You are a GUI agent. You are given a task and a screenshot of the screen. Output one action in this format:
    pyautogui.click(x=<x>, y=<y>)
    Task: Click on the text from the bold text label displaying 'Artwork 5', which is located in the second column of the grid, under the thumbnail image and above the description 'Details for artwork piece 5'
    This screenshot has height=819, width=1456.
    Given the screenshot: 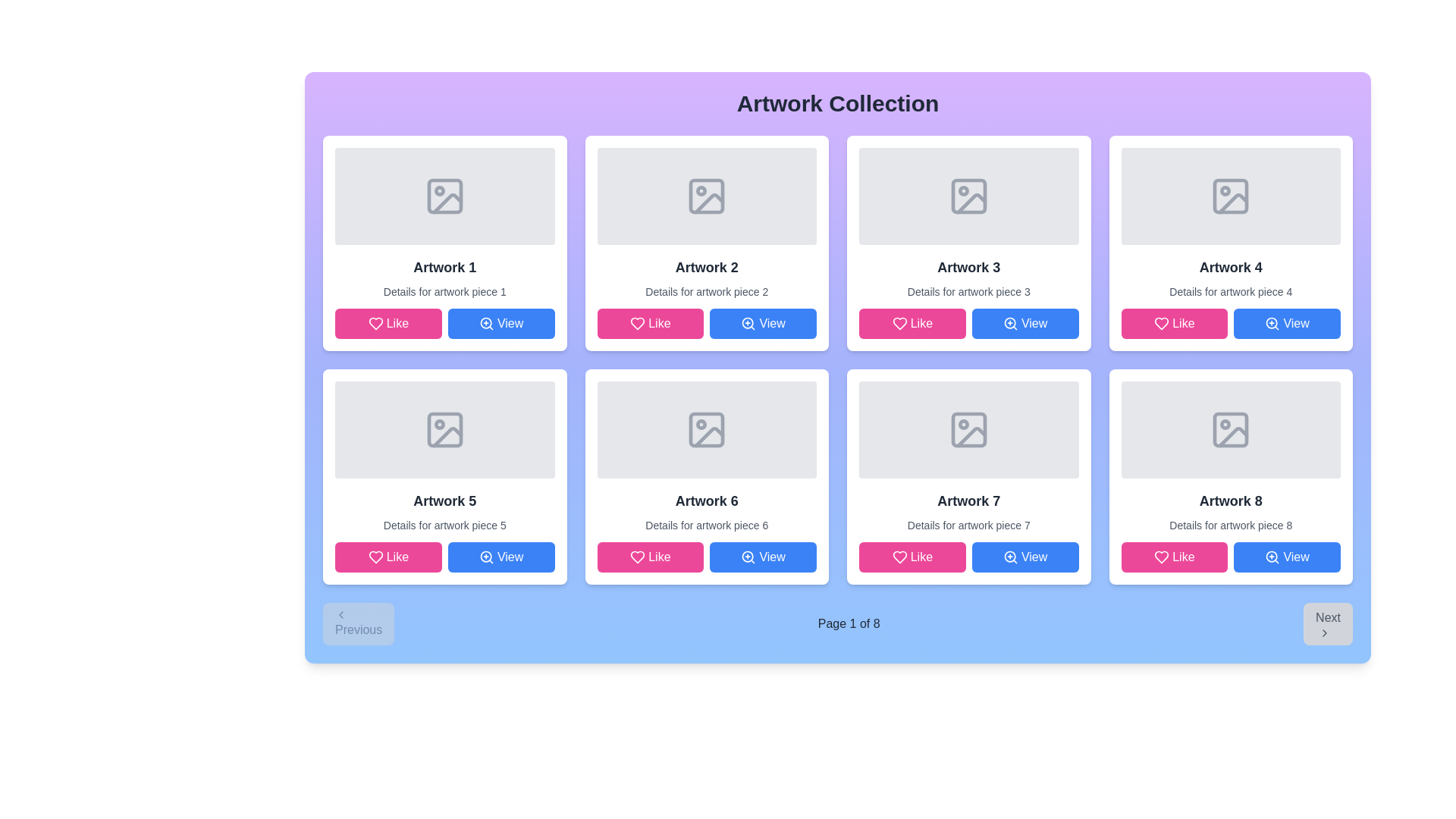 What is the action you would take?
    pyautogui.click(x=444, y=500)
    